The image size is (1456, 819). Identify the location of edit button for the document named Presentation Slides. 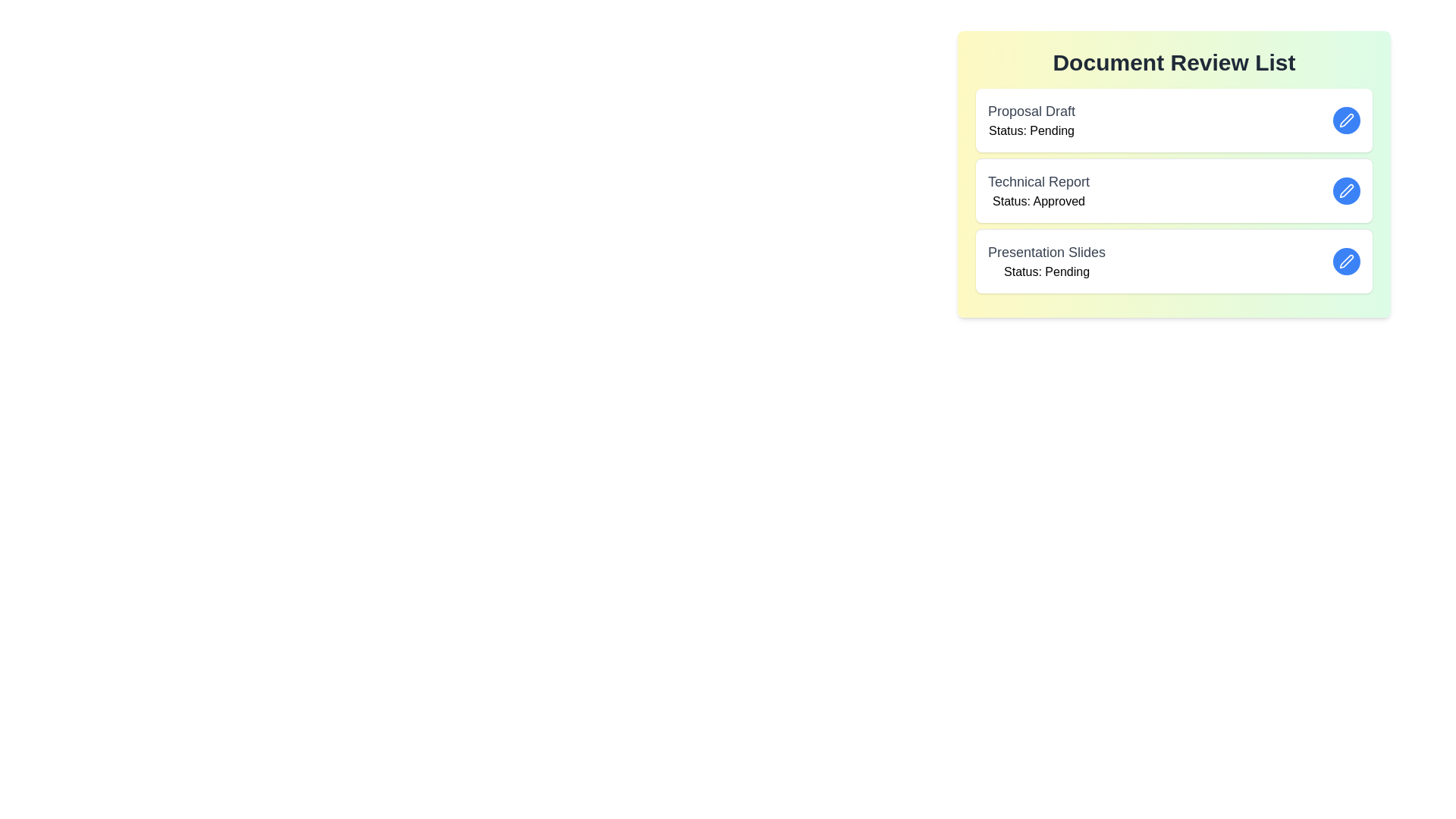
(1347, 260).